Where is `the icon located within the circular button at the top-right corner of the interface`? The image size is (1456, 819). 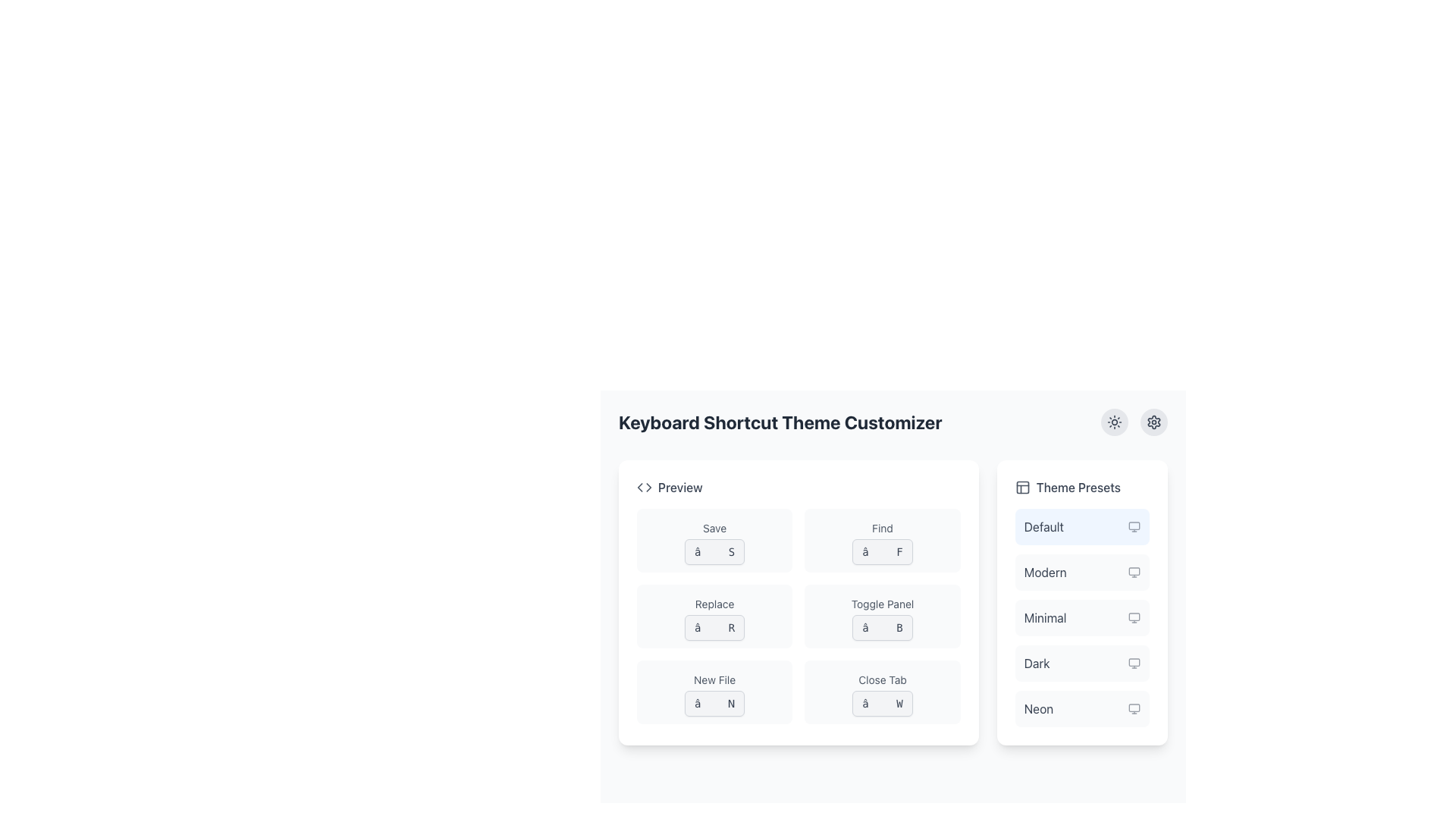
the icon located within the circular button at the top-right corner of the interface is located at coordinates (1114, 422).